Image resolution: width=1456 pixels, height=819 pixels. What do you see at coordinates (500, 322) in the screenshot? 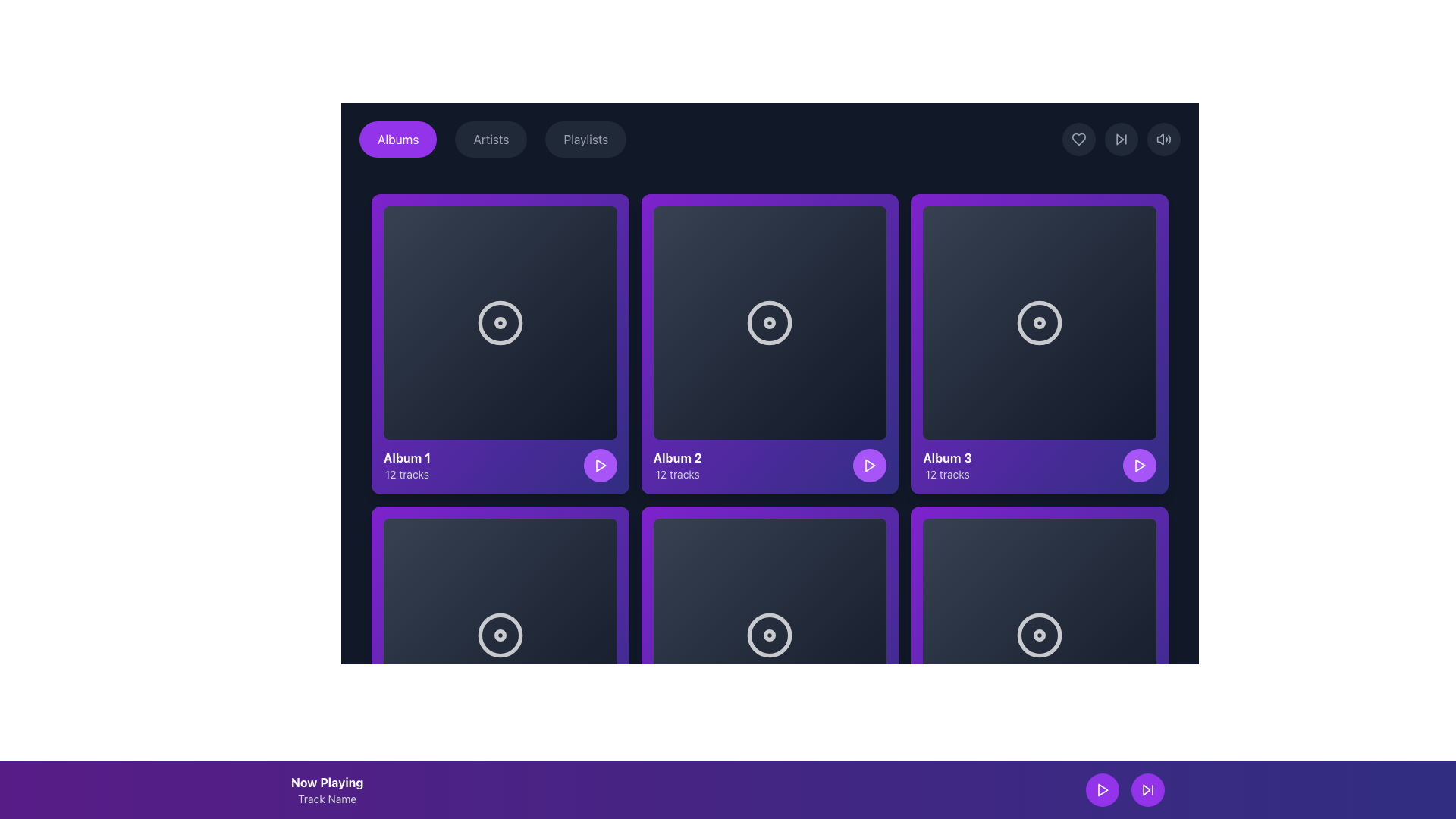
I see `the decorative disc-like graphical element located at the center of the first album tile in the top-left corner of the album grid` at bounding box center [500, 322].